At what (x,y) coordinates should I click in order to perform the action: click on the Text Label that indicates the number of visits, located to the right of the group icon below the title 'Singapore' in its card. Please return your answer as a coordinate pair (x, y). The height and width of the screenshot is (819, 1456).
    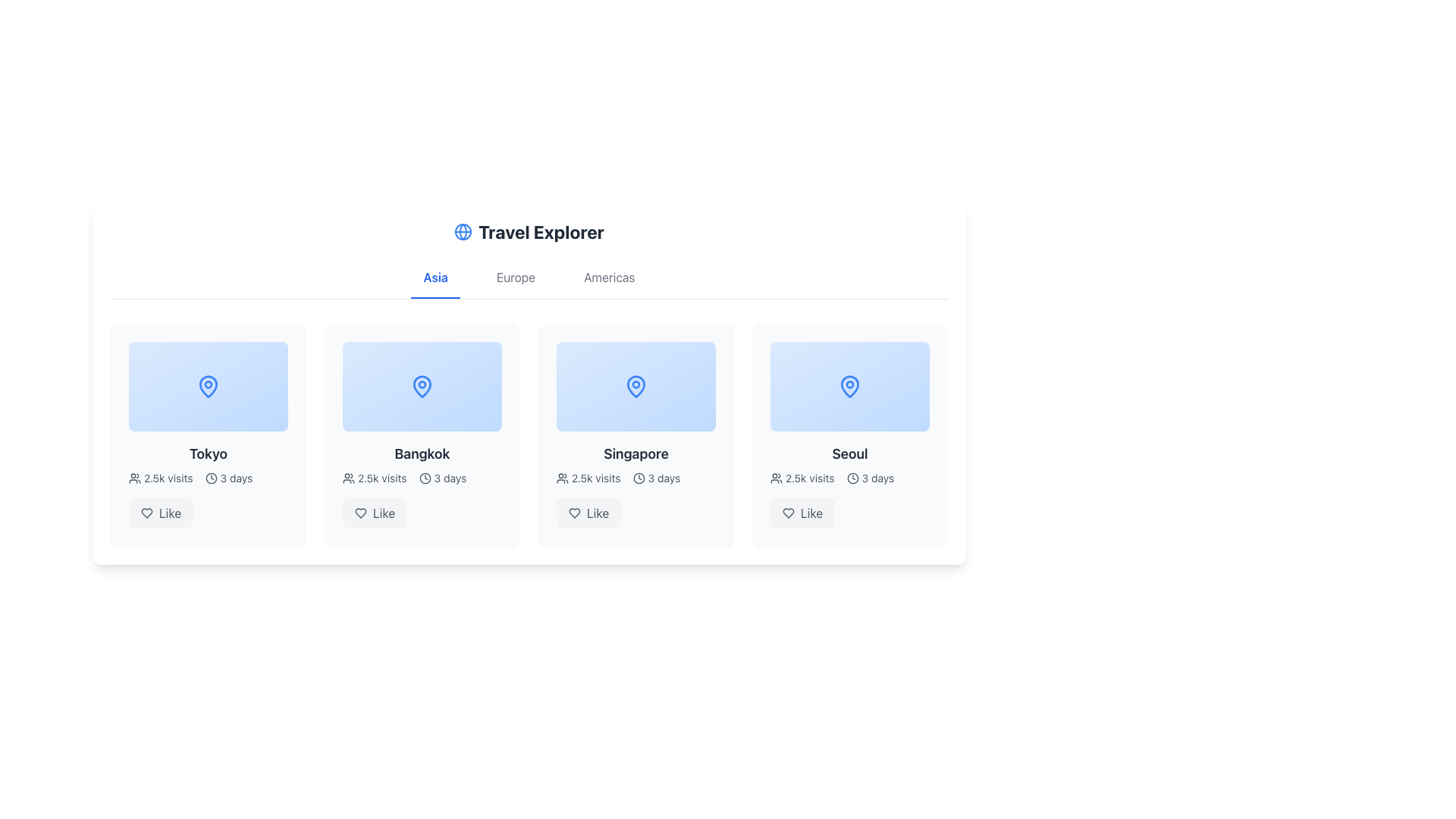
    Looking at the image, I should click on (595, 479).